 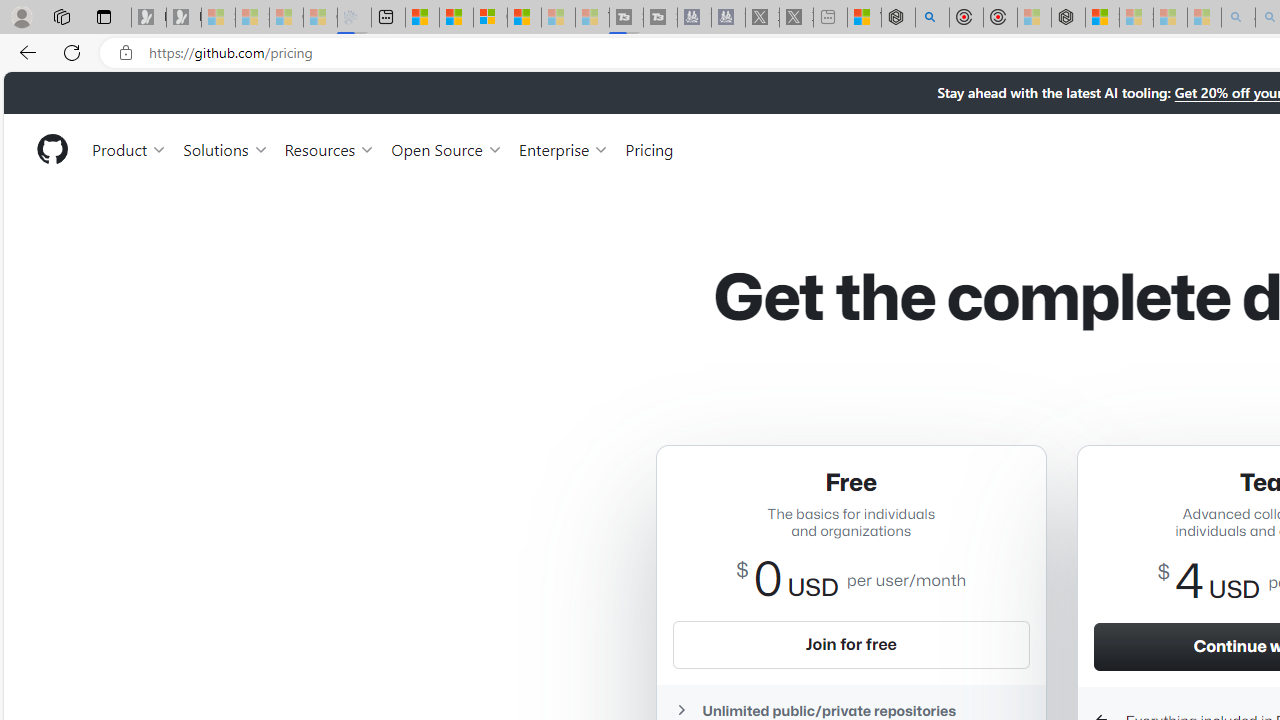 I want to click on 'Homepage', so click(x=51, y=148).